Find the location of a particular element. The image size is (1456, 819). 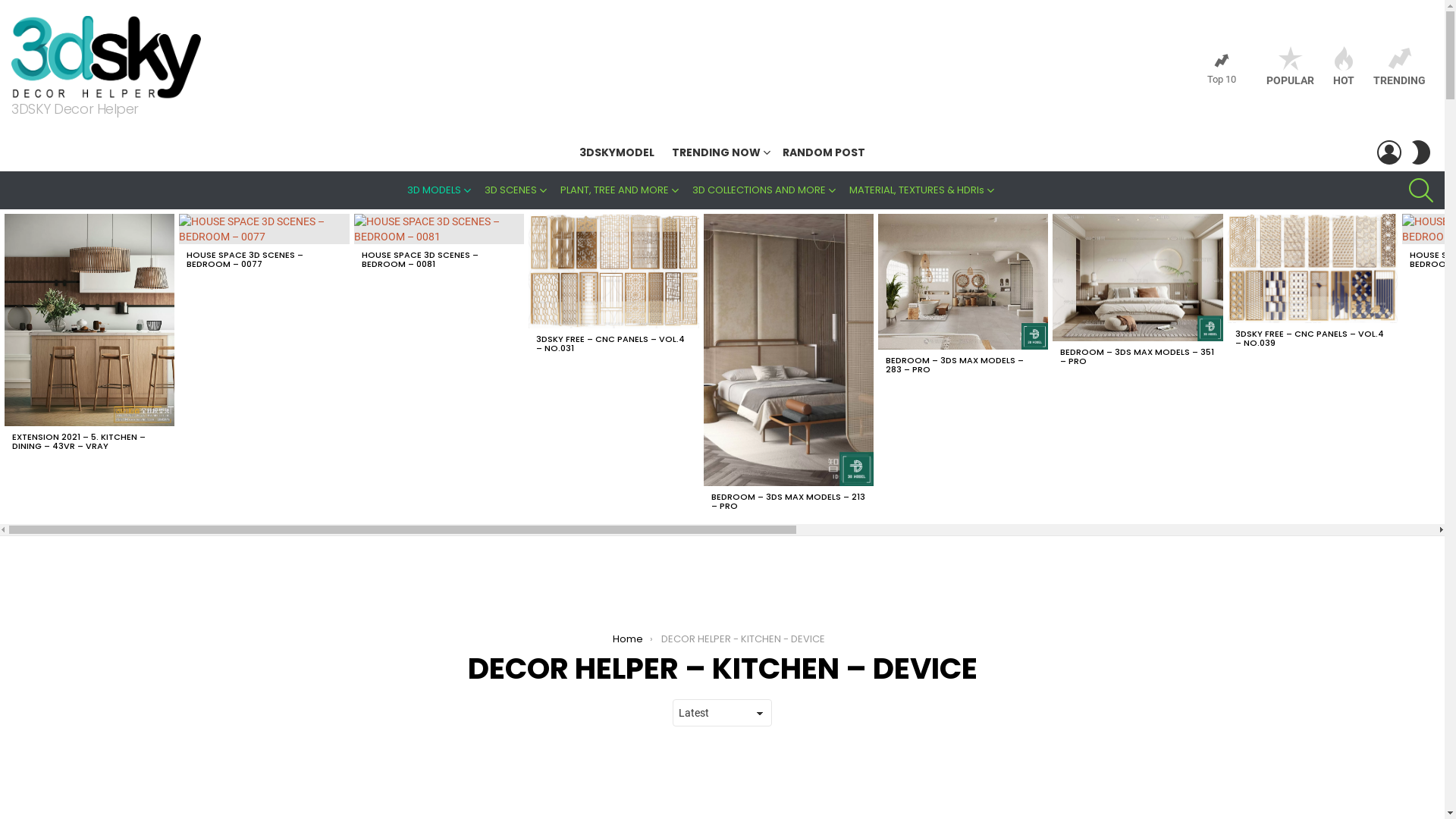

'TRENDING NOW' is located at coordinates (717, 152).